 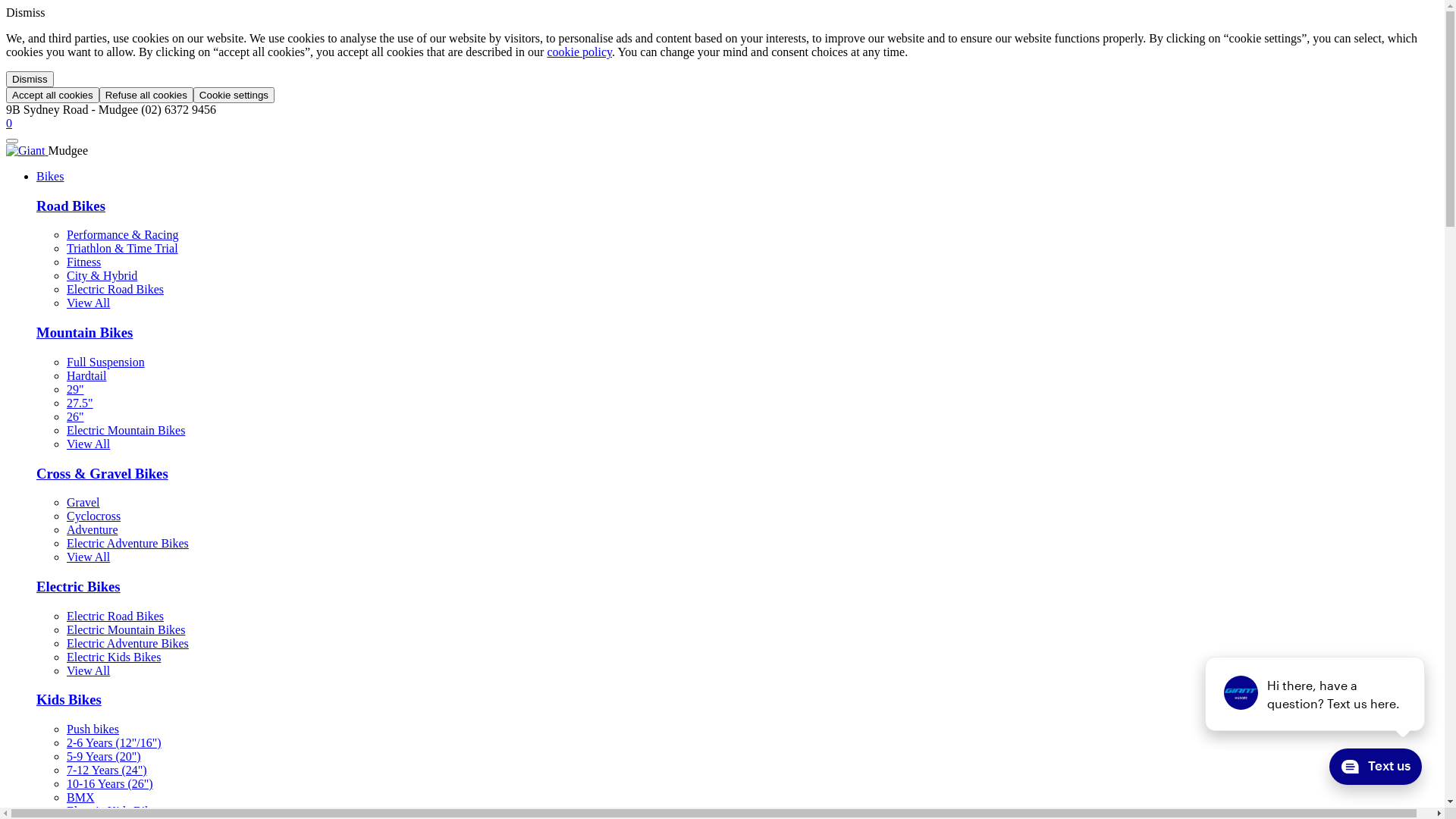 I want to click on 'Electric Mountain Bikes', so click(x=126, y=430).